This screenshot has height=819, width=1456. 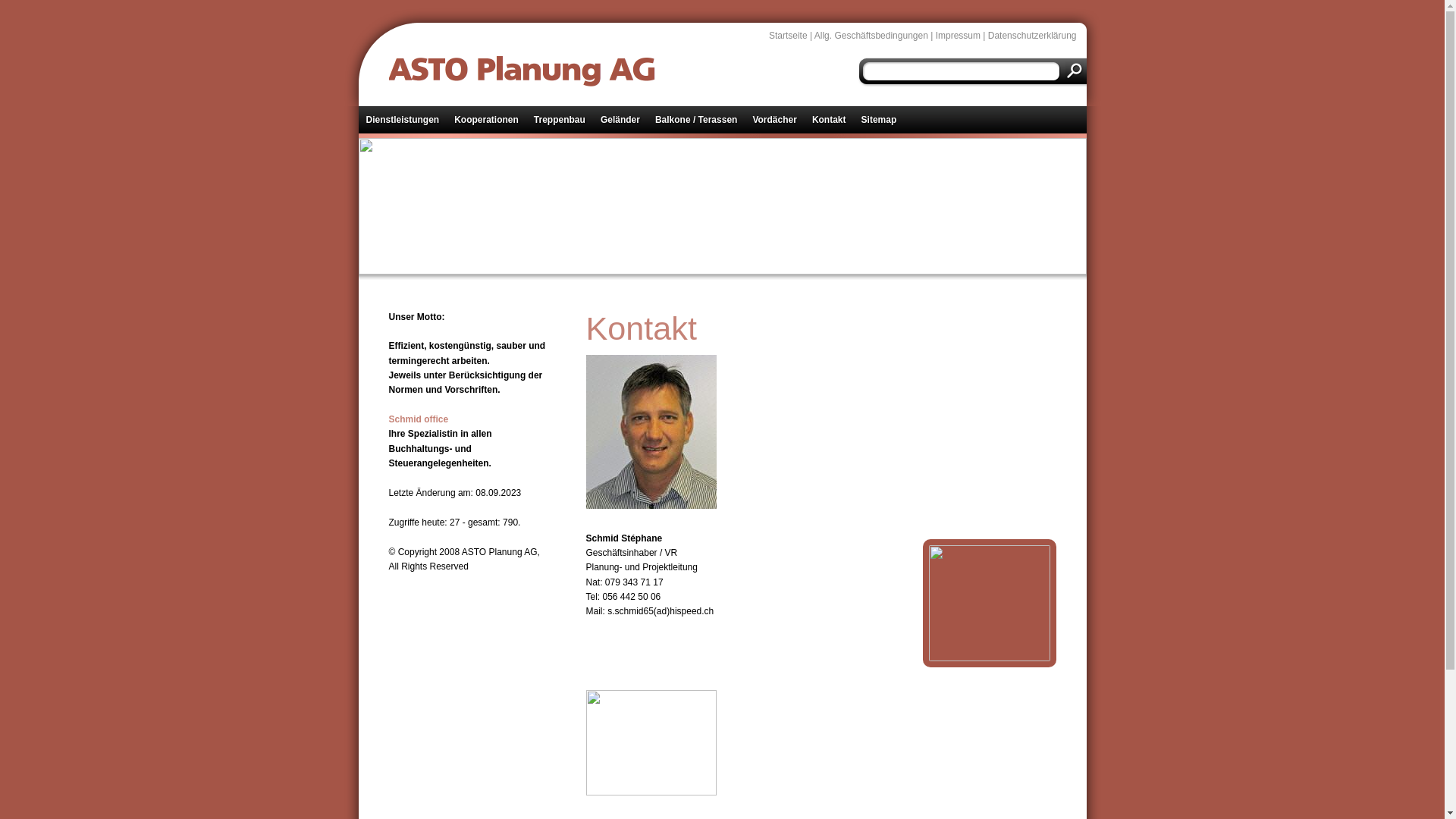 What do you see at coordinates (486, 119) in the screenshot?
I see `'Kooperationen'` at bounding box center [486, 119].